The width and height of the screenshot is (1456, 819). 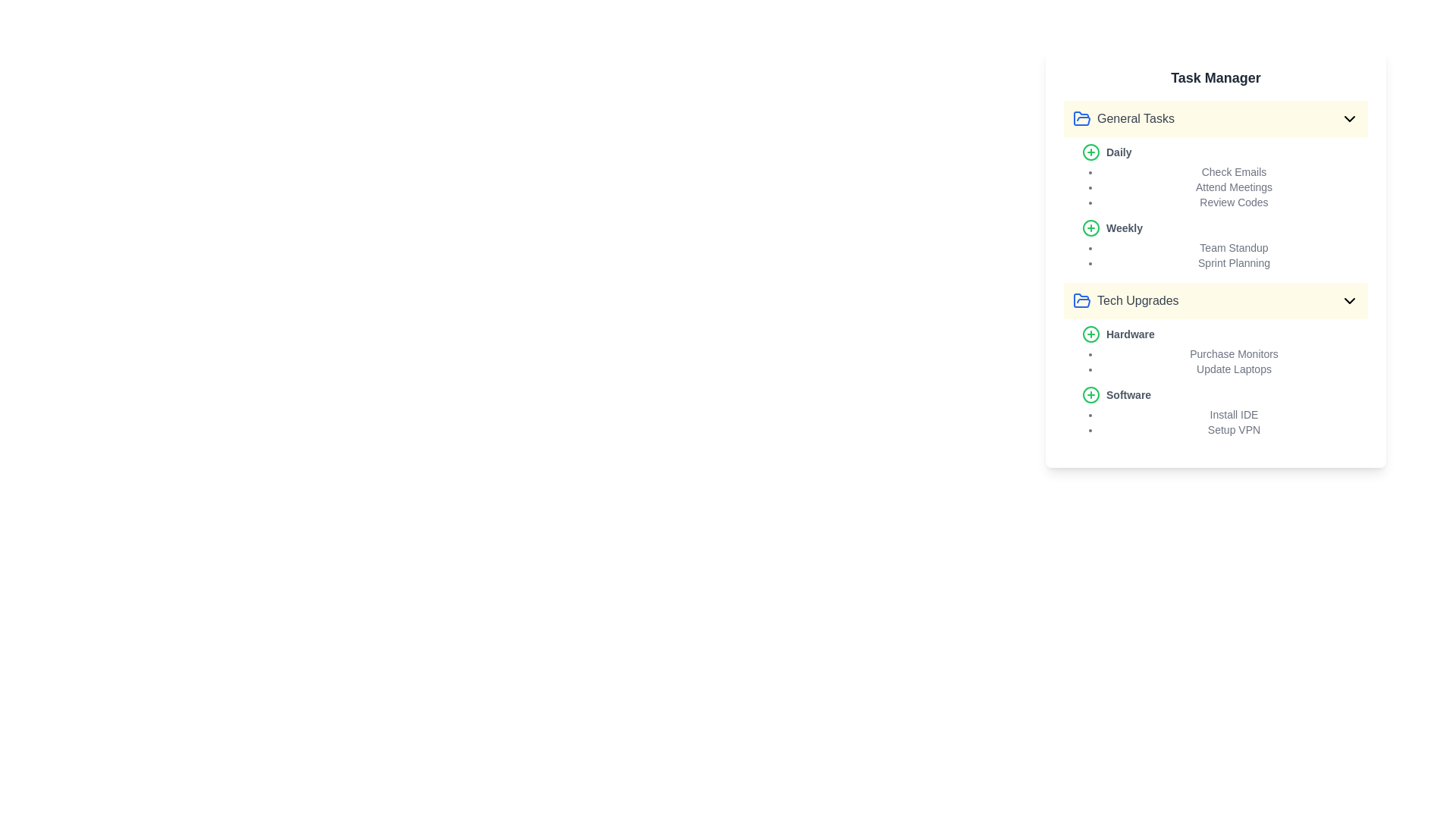 I want to click on the Header with Icon that categorizes tasks under 'General Tasks', located in the upper left portion of the yellow-highlighted section of the task manager panel, so click(x=1124, y=118).